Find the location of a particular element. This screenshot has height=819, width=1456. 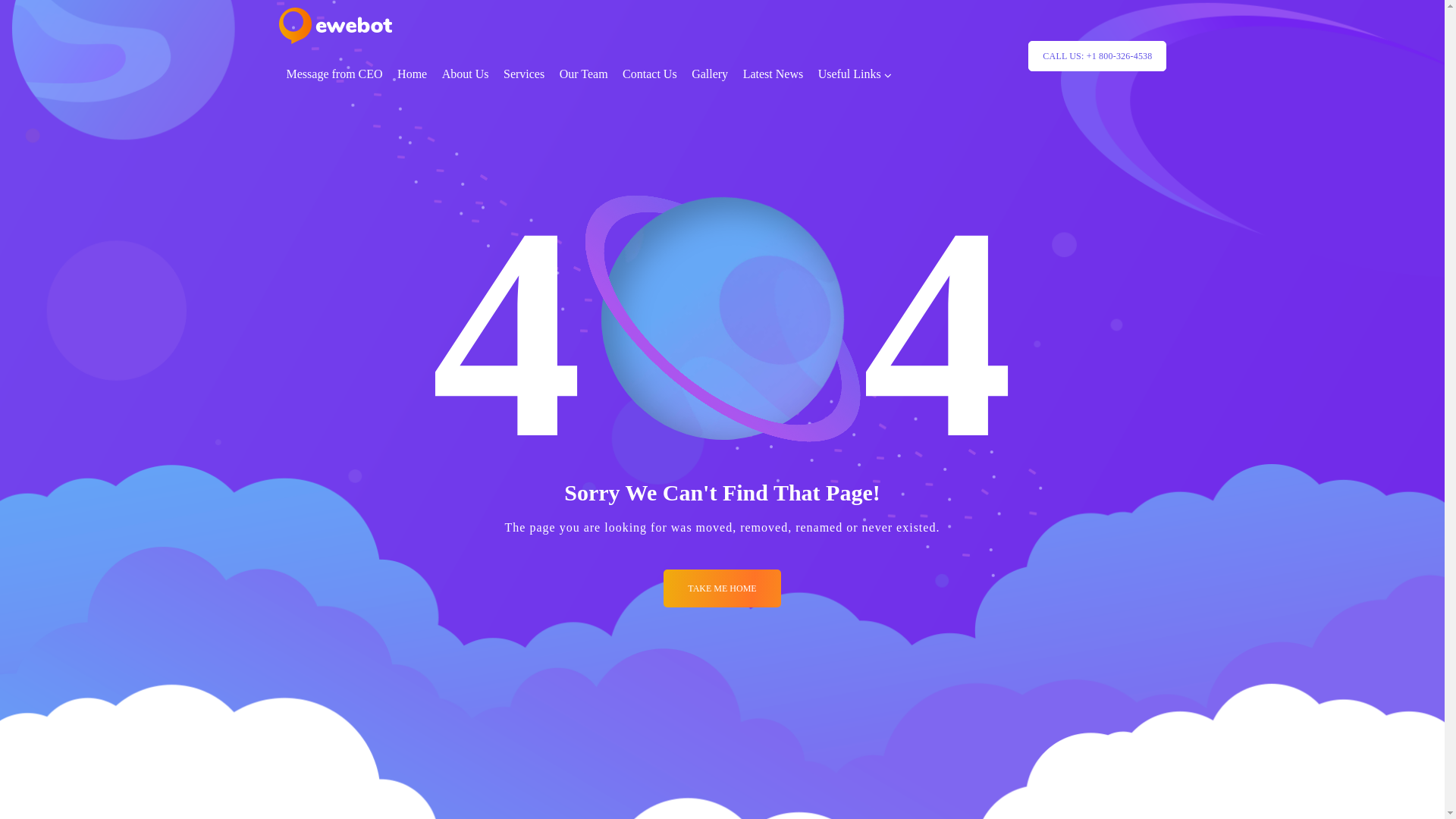

'CALL US: +1 800-326-4538' is located at coordinates (1097, 55).